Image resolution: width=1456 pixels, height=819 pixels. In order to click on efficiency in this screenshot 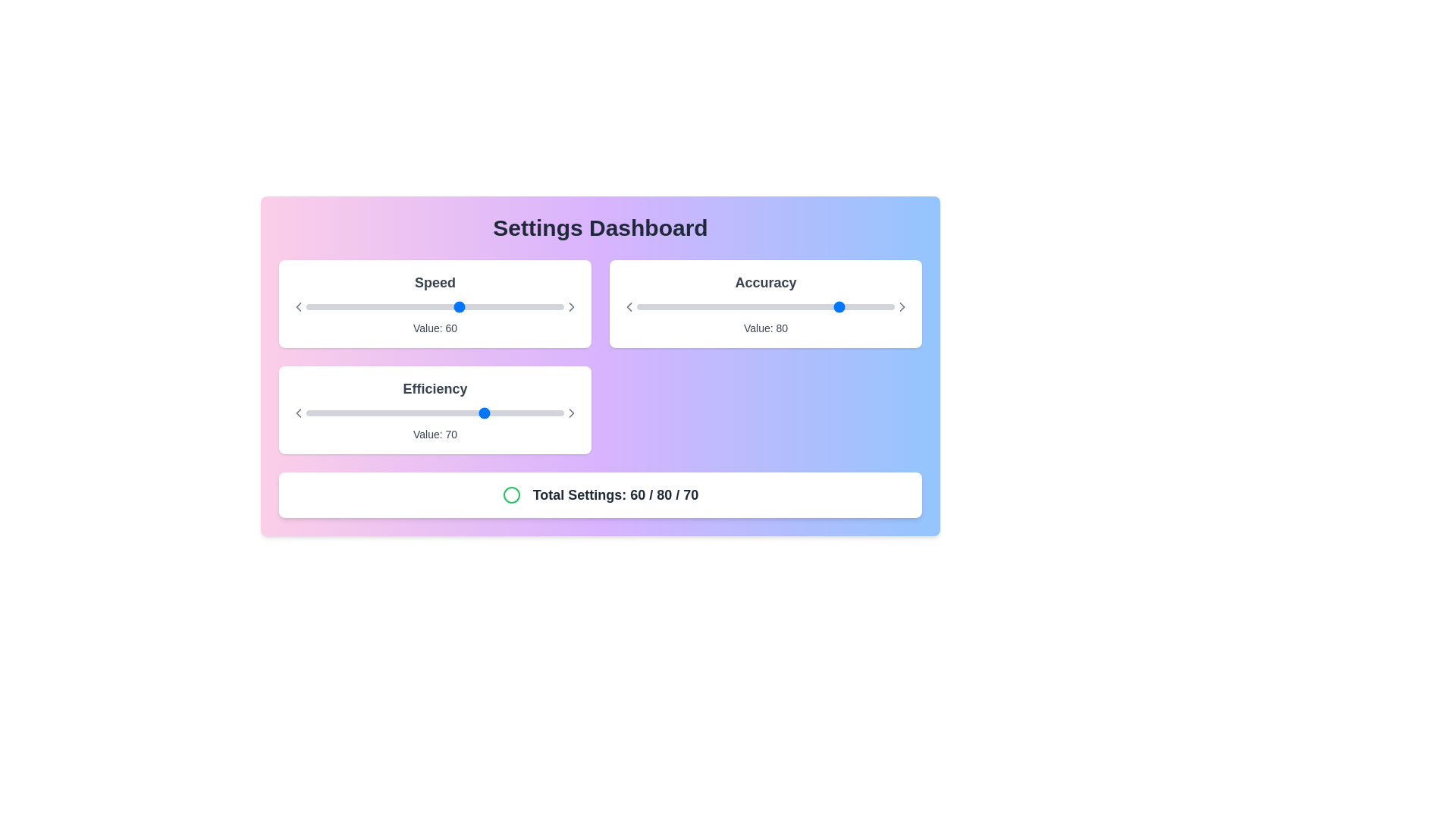, I will do `click(457, 413)`.